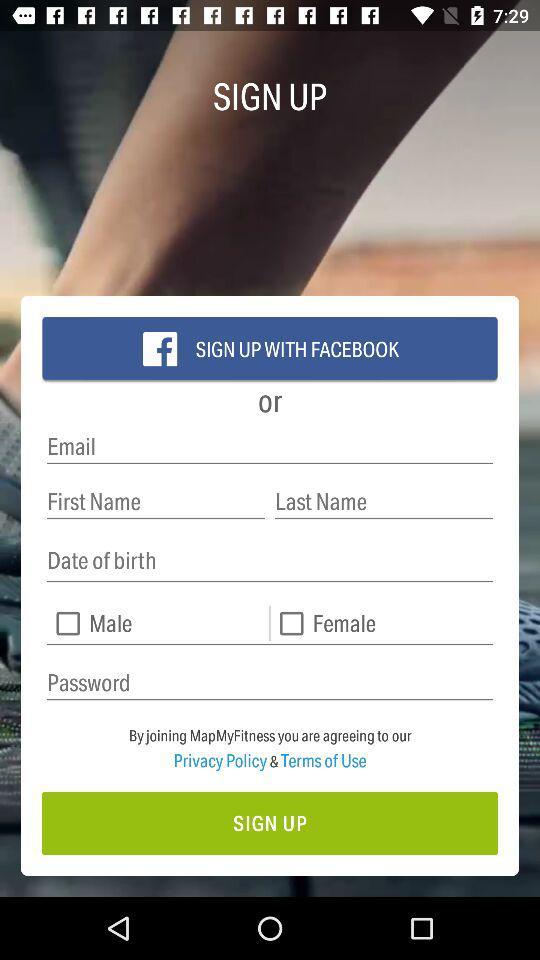 This screenshot has height=960, width=540. What do you see at coordinates (270, 561) in the screenshot?
I see `date of birth` at bounding box center [270, 561].